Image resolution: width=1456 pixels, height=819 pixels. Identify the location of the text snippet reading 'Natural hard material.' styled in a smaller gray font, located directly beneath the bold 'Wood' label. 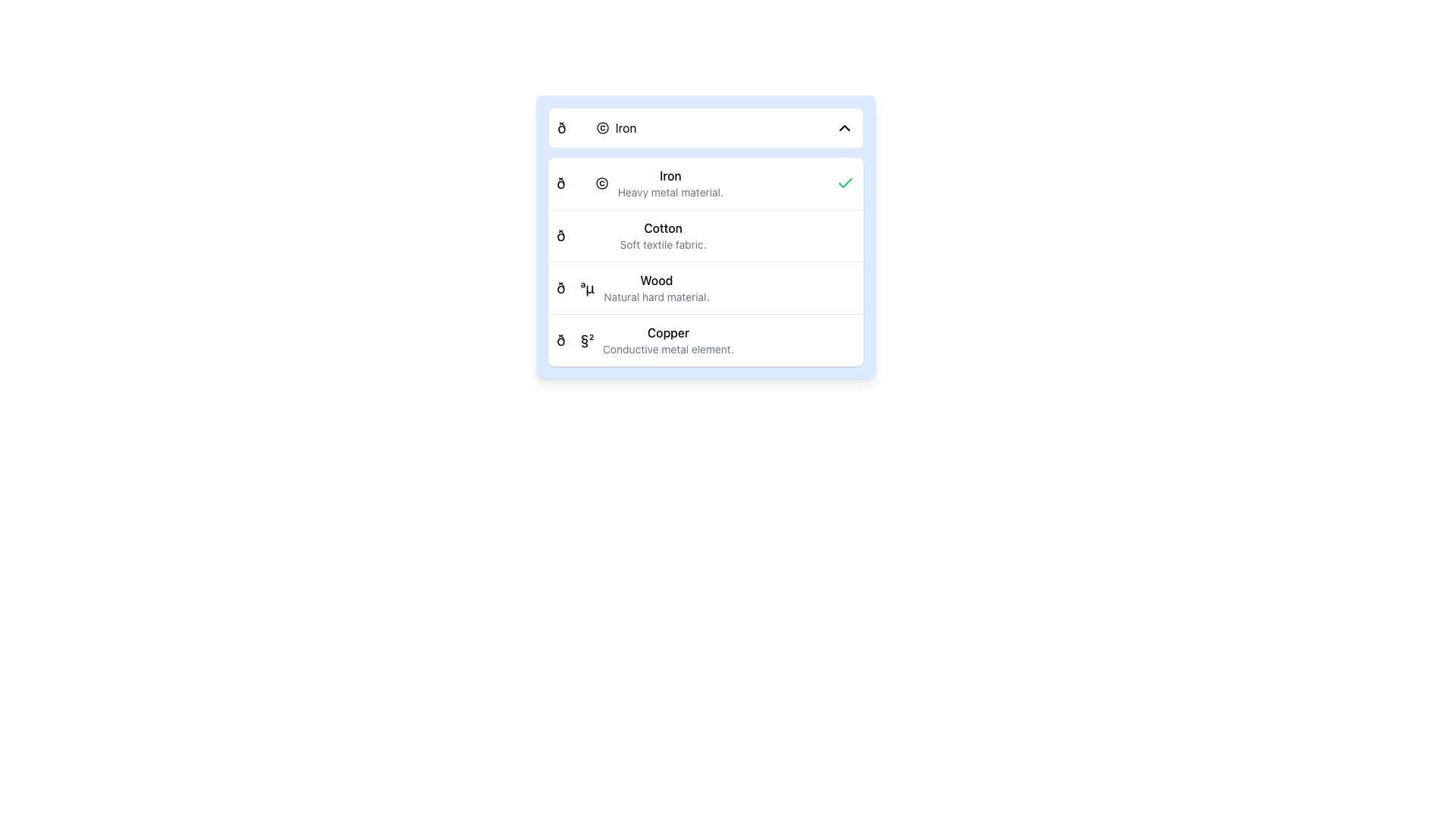
(656, 297).